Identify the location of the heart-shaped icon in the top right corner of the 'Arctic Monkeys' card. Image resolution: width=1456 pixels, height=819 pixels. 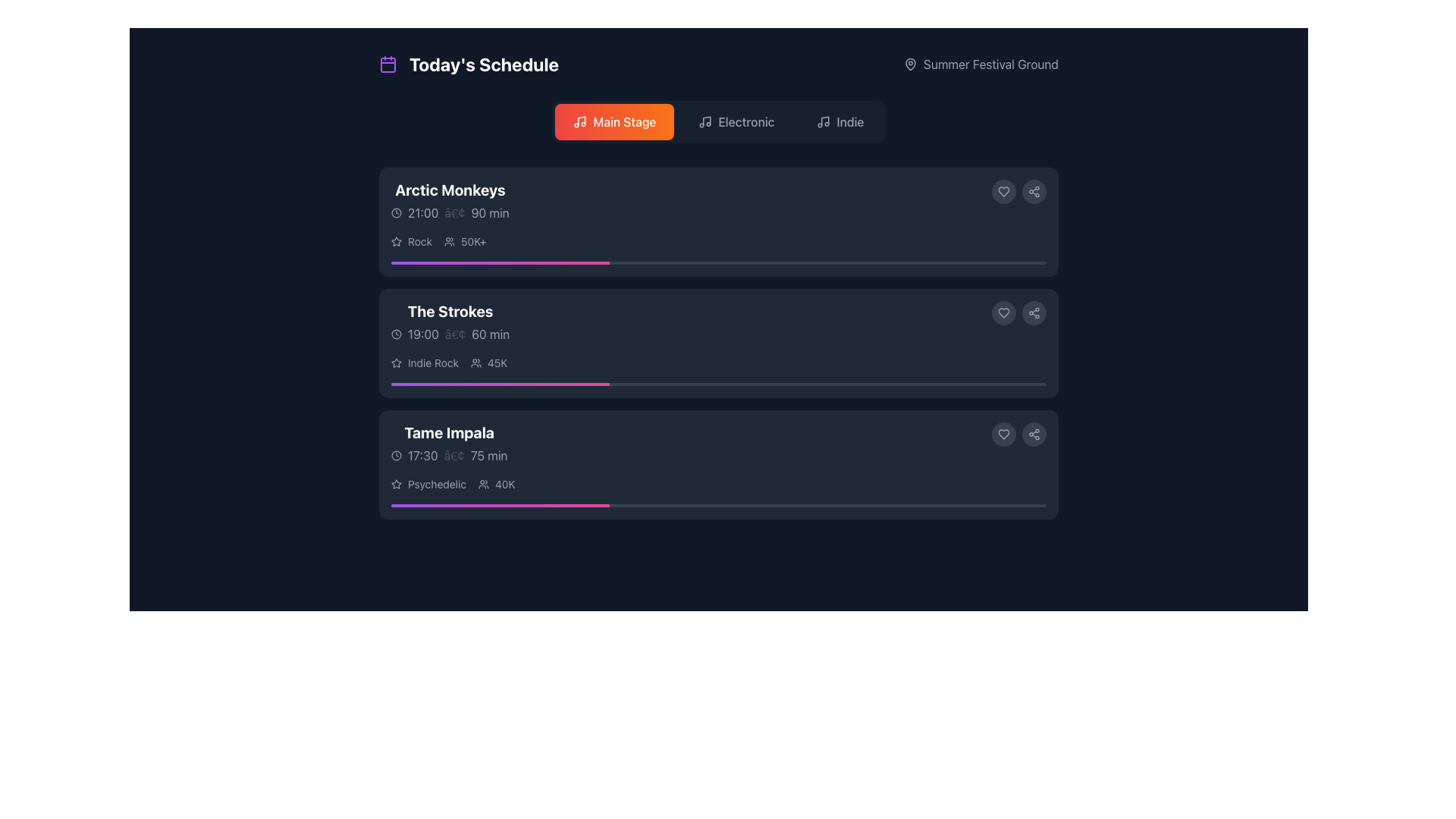
(1004, 191).